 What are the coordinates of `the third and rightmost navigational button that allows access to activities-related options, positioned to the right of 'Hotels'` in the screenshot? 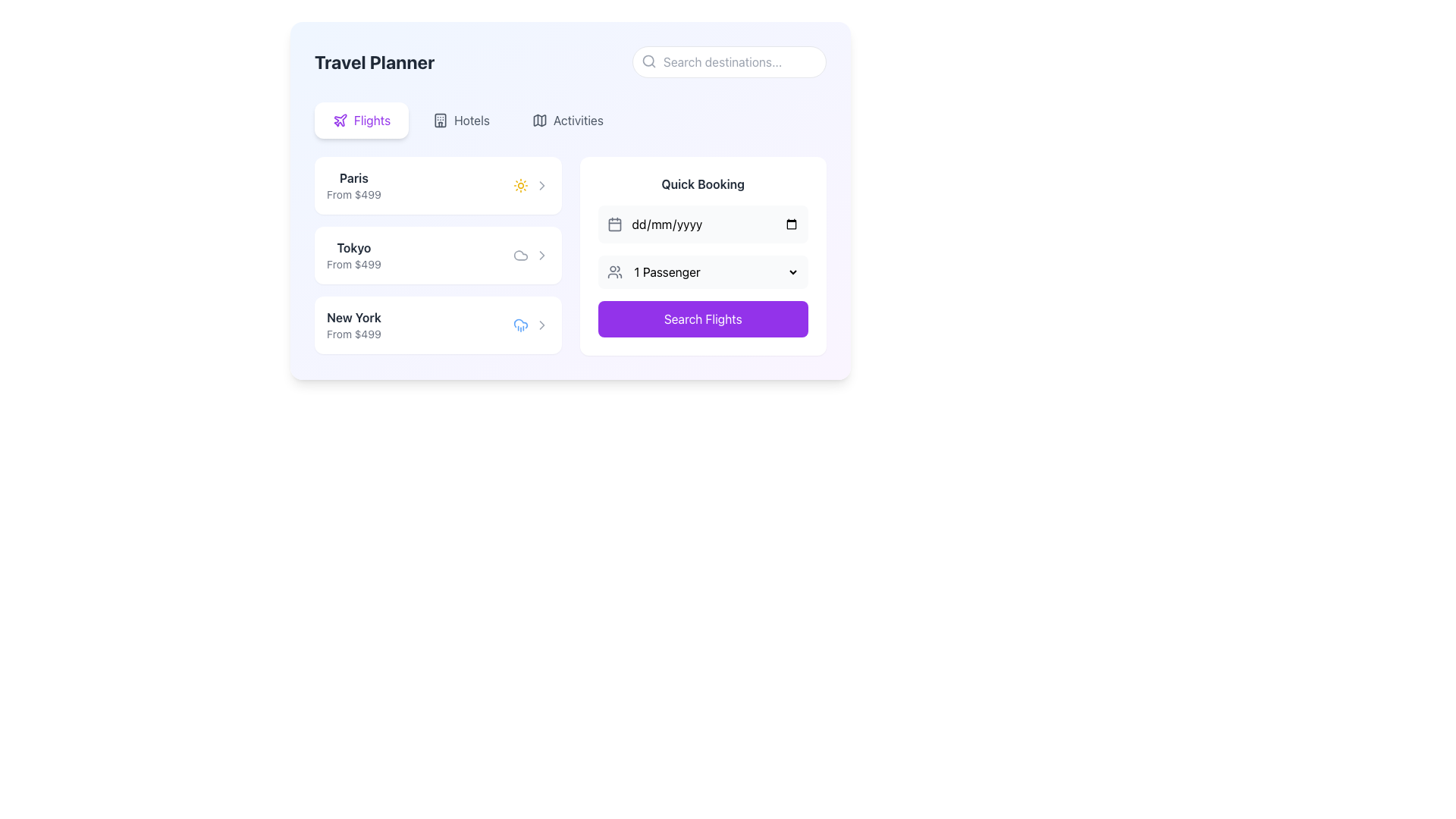 It's located at (566, 119).